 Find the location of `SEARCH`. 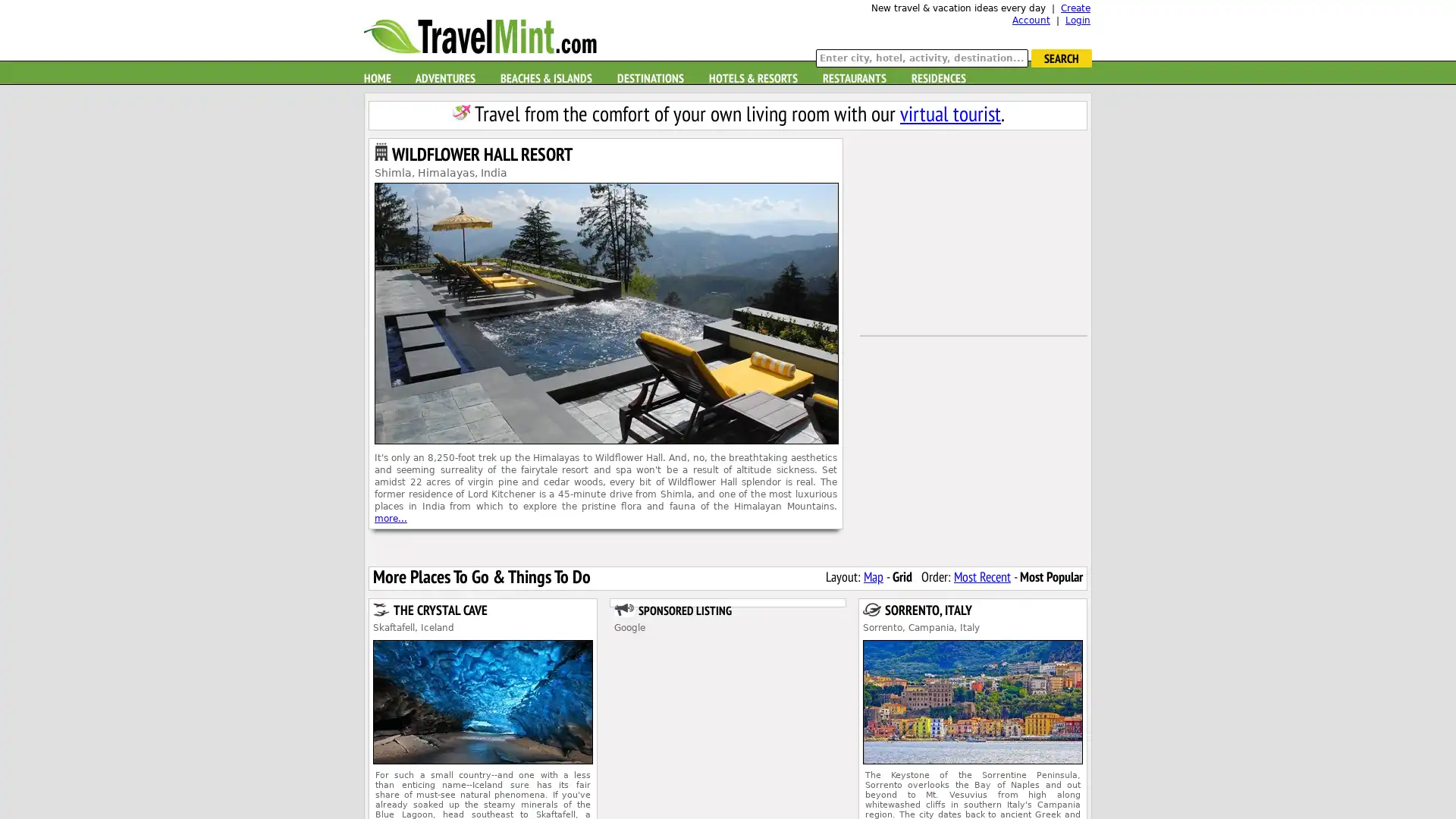

SEARCH is located at coordinates (1061, 58).